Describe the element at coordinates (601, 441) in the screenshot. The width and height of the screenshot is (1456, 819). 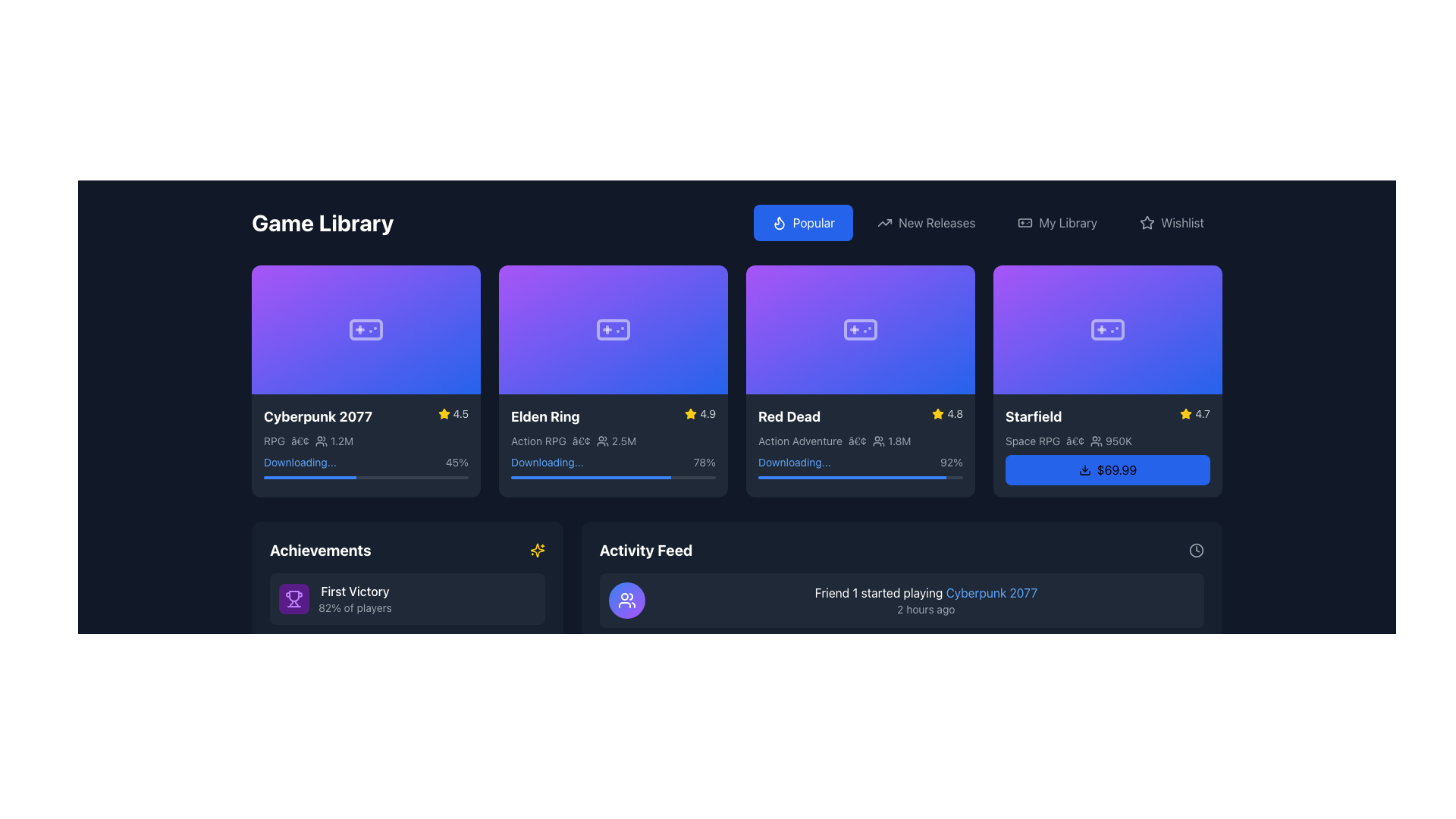
I see `the user group icon, which is represented by stylized line art silhouettes and is located adjacent to the numerical value '2.5M'` at that location.